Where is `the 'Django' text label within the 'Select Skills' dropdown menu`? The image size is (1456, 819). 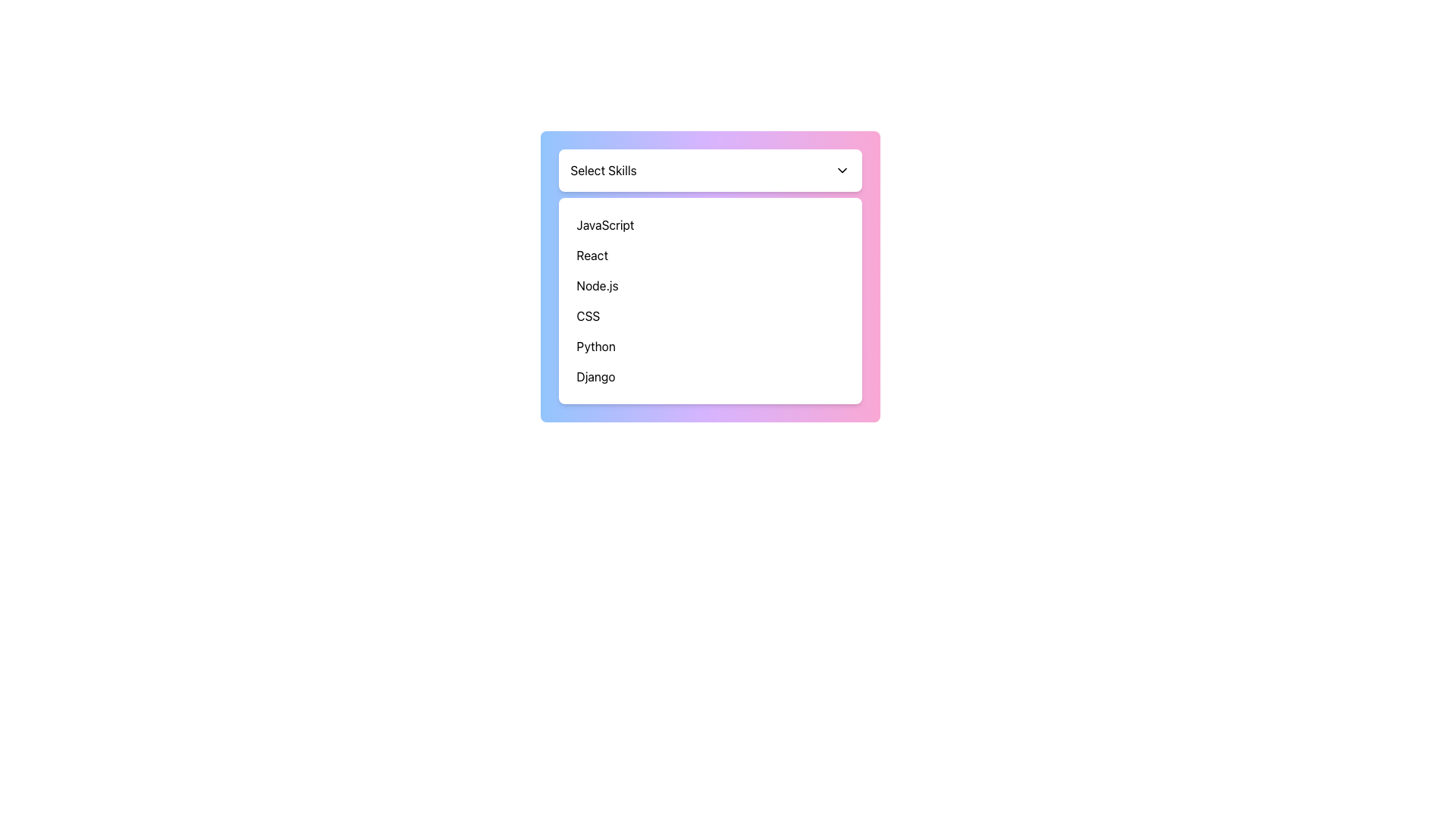 the 'Django' text label within the 'Select Skills' dropdown menu is located at coordinates (595, 376).